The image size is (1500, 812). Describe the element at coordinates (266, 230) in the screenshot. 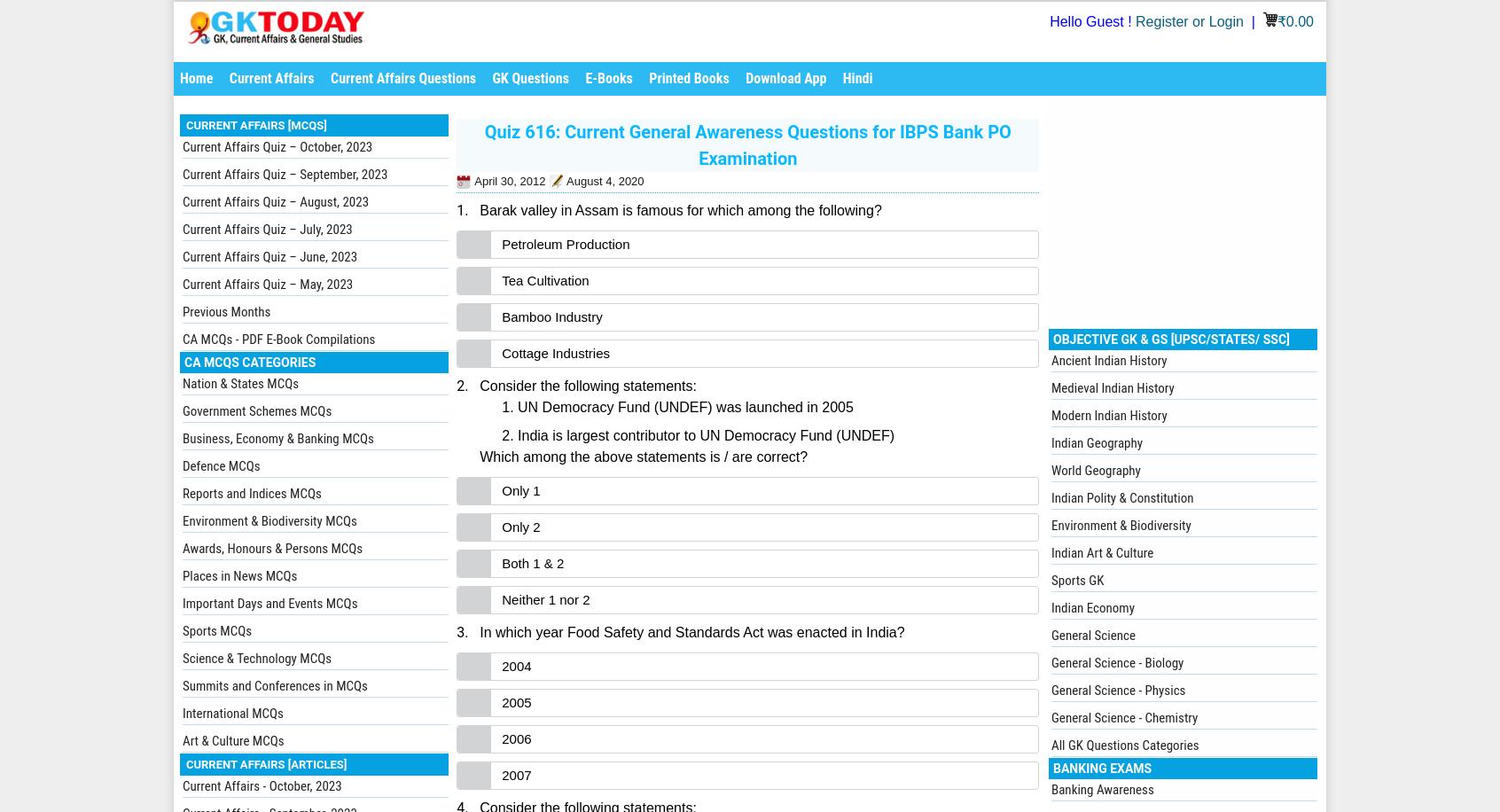

I see `'Current Affairs Quiz – July, 2023'` at that location.